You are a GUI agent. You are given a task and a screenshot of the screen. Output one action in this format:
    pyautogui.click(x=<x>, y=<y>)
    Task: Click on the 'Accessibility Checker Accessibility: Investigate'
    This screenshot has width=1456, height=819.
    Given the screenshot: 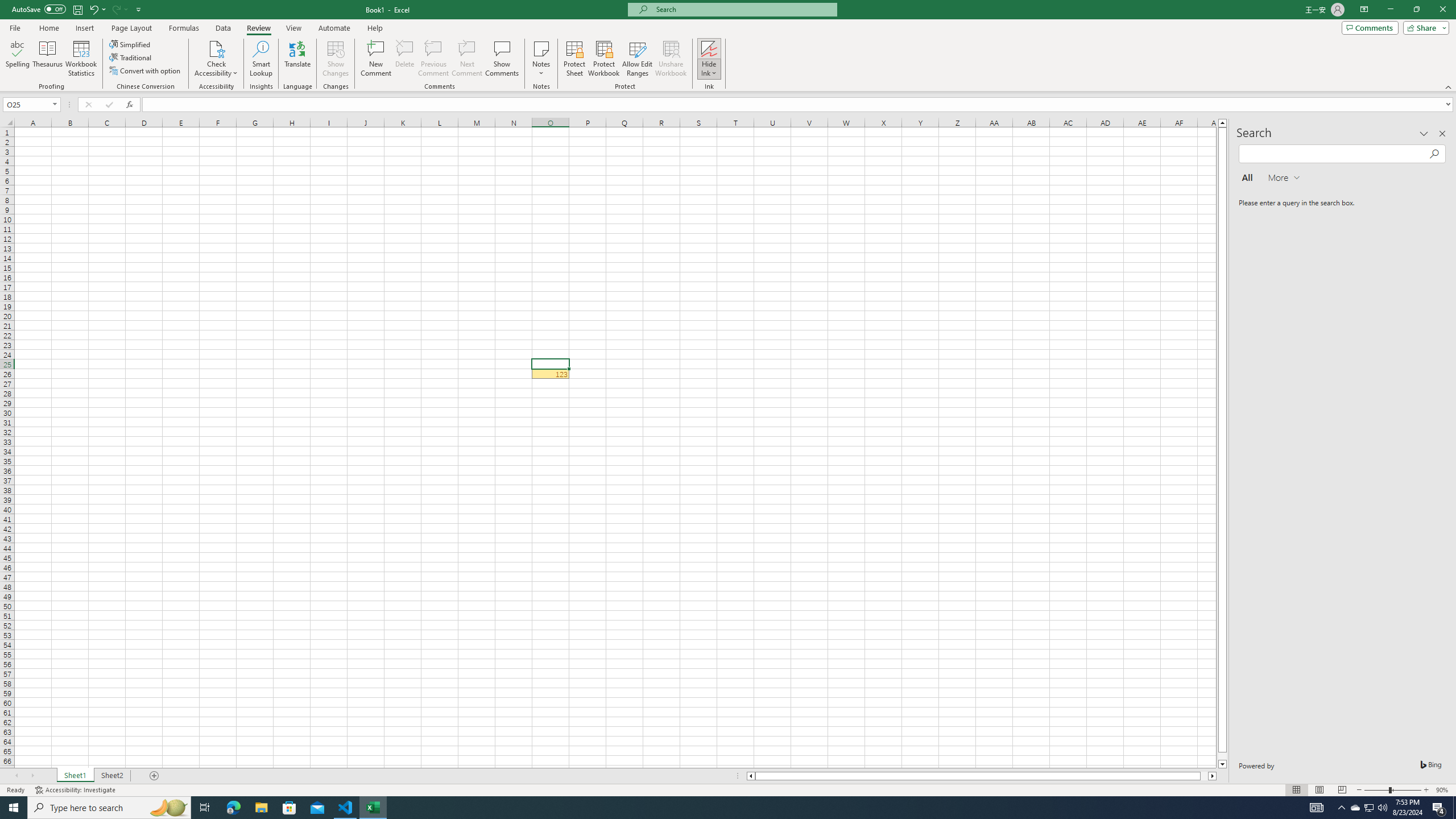 What is the action you would take?
    pyautogui.click(x=76, y=790)
    